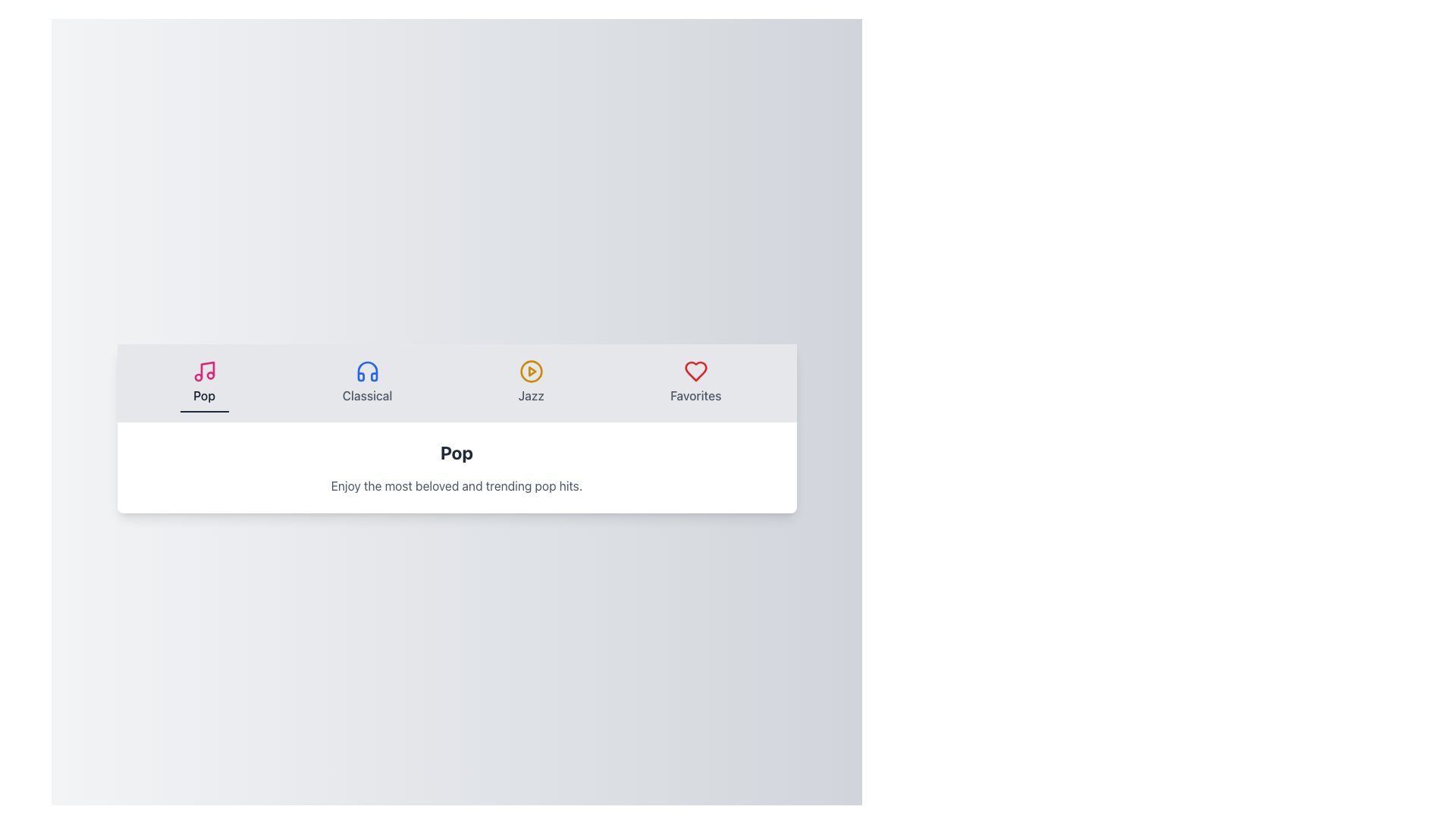  Describe the element at coordinates (456, 485) in the screenshot. I see `the static text element that reads 'Enjoy the most beloved and trending pop hits.' which is located below the heading 'Pop.'` at that location.